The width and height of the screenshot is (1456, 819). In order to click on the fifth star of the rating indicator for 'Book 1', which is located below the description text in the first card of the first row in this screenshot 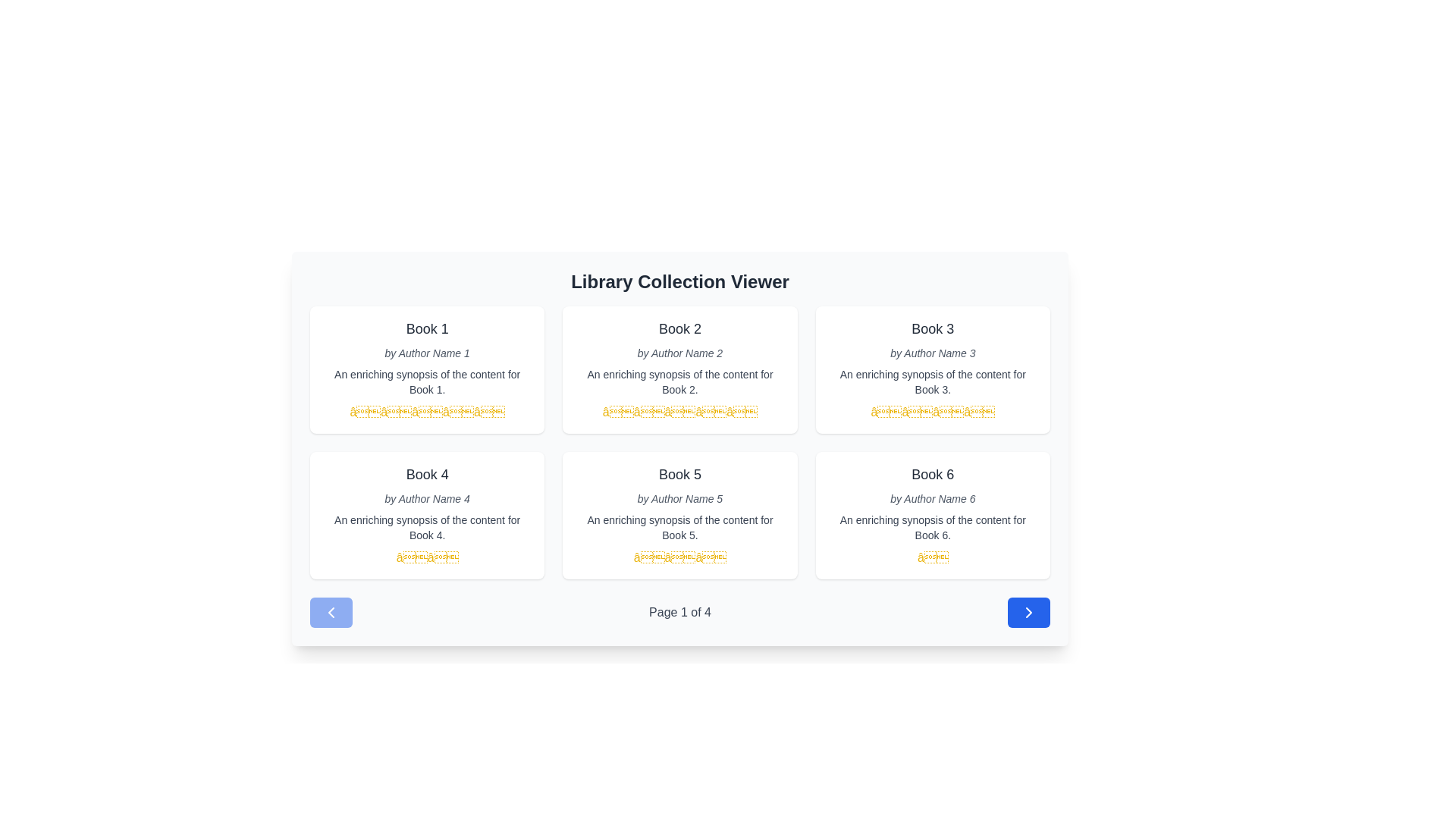, I will do `click(489, 412)`.